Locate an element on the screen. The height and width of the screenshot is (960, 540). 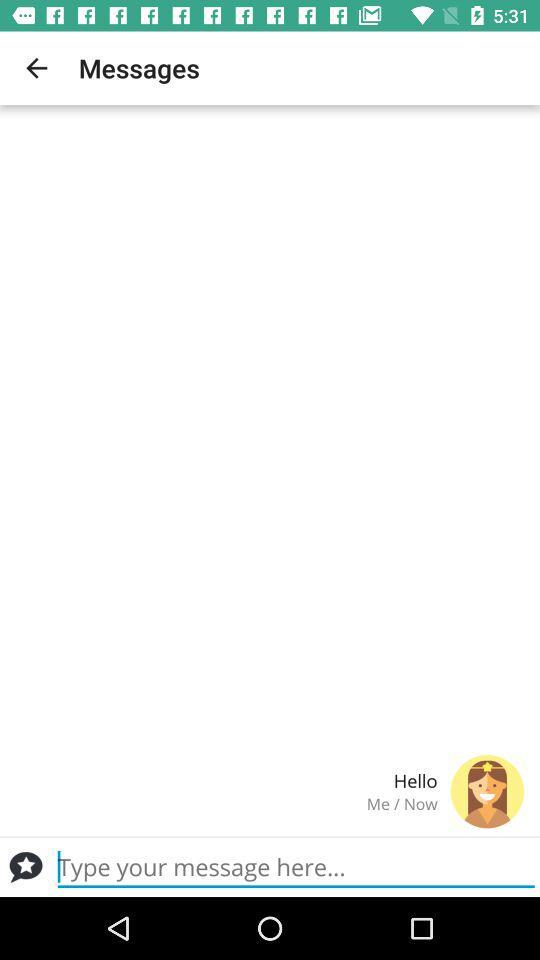
the me / now item is located at coordinates (225, 803).